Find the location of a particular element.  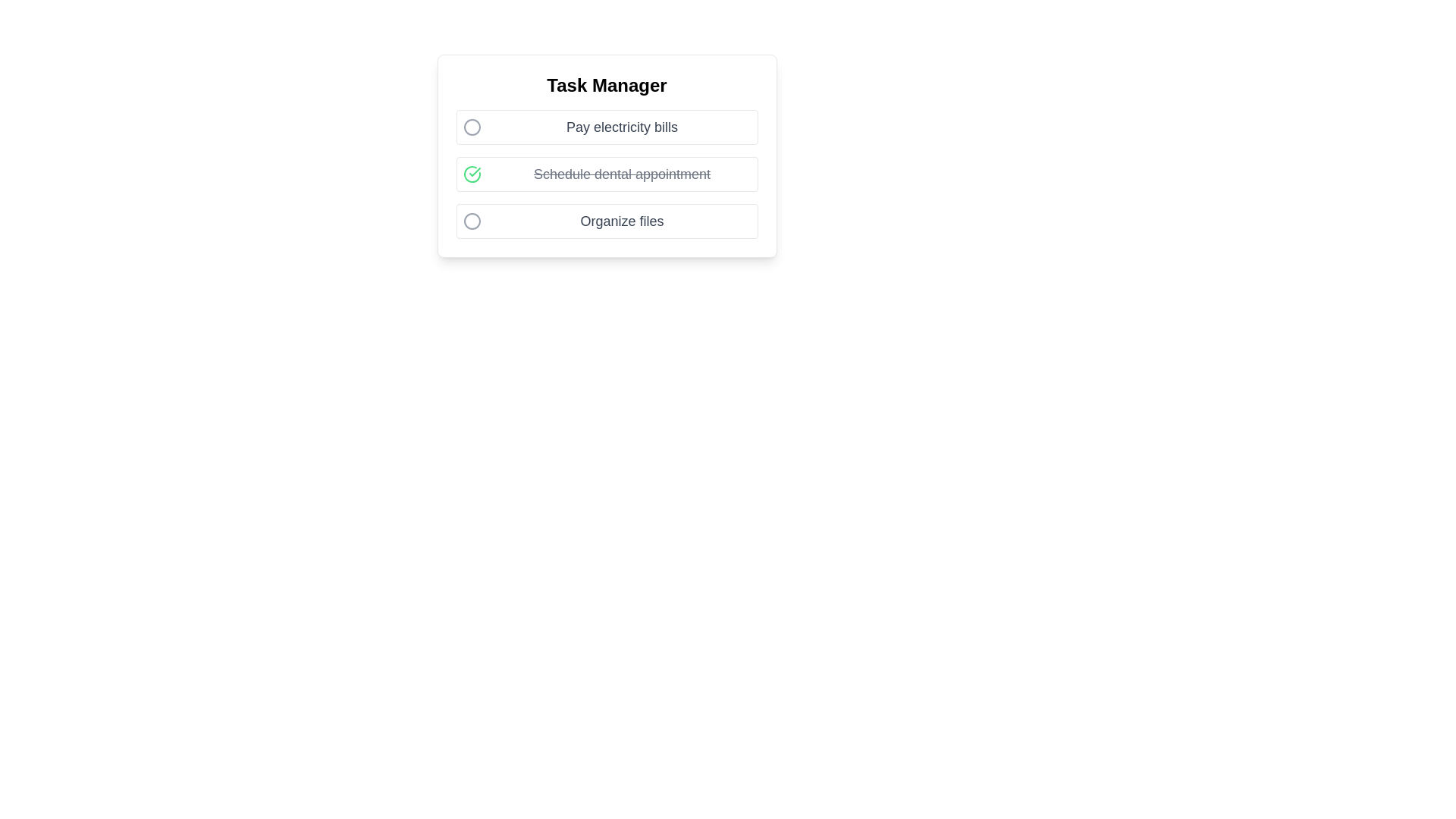

text label that identifies the third task in the 'Task Manager' list, which is positioned to the right of a circular checkbox icon is located at coordinates (622, 221).